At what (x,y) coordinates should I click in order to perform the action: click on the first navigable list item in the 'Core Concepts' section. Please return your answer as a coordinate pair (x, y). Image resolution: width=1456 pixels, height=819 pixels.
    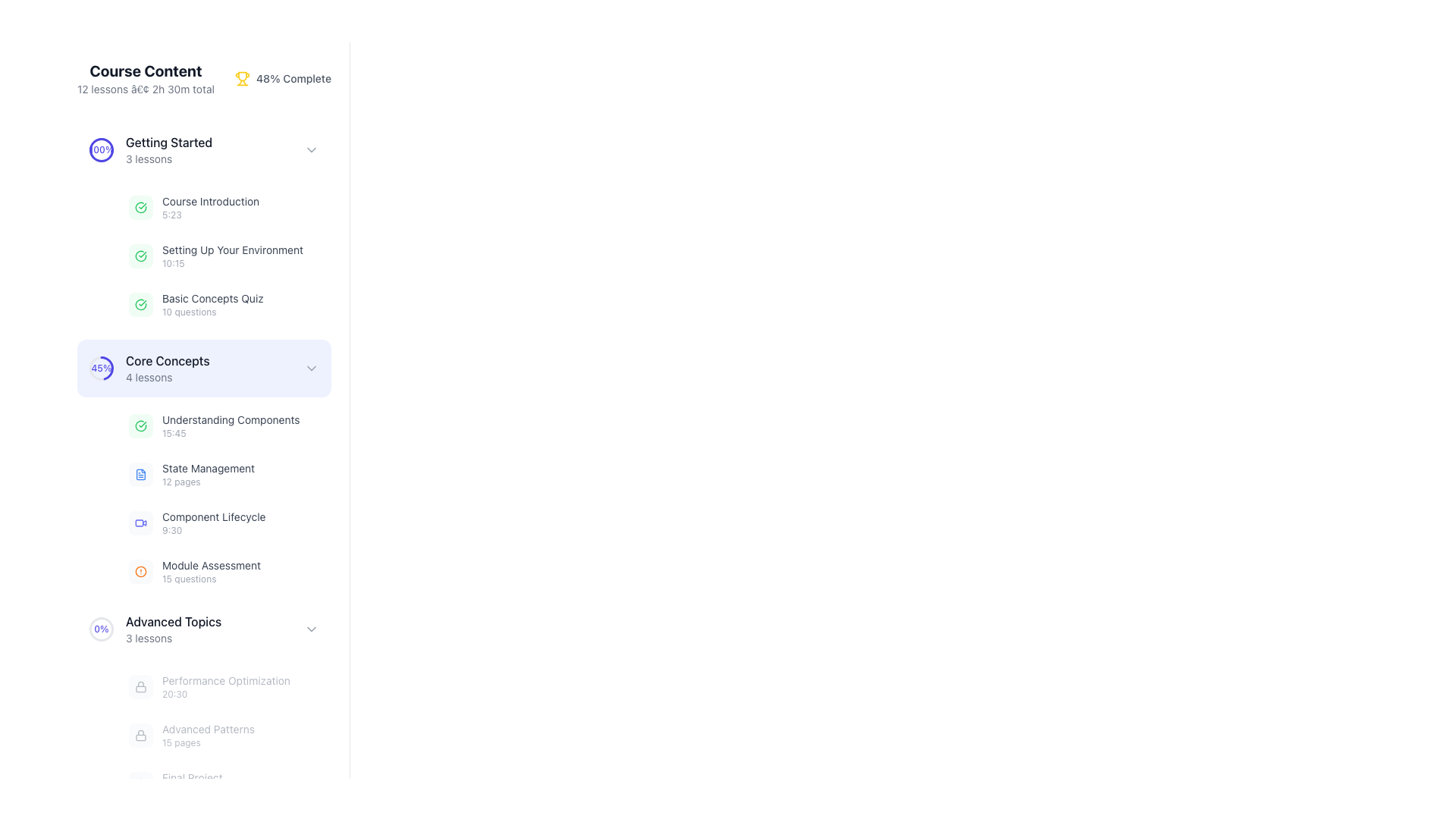
    Looking at the image, I should click on (224, 426).